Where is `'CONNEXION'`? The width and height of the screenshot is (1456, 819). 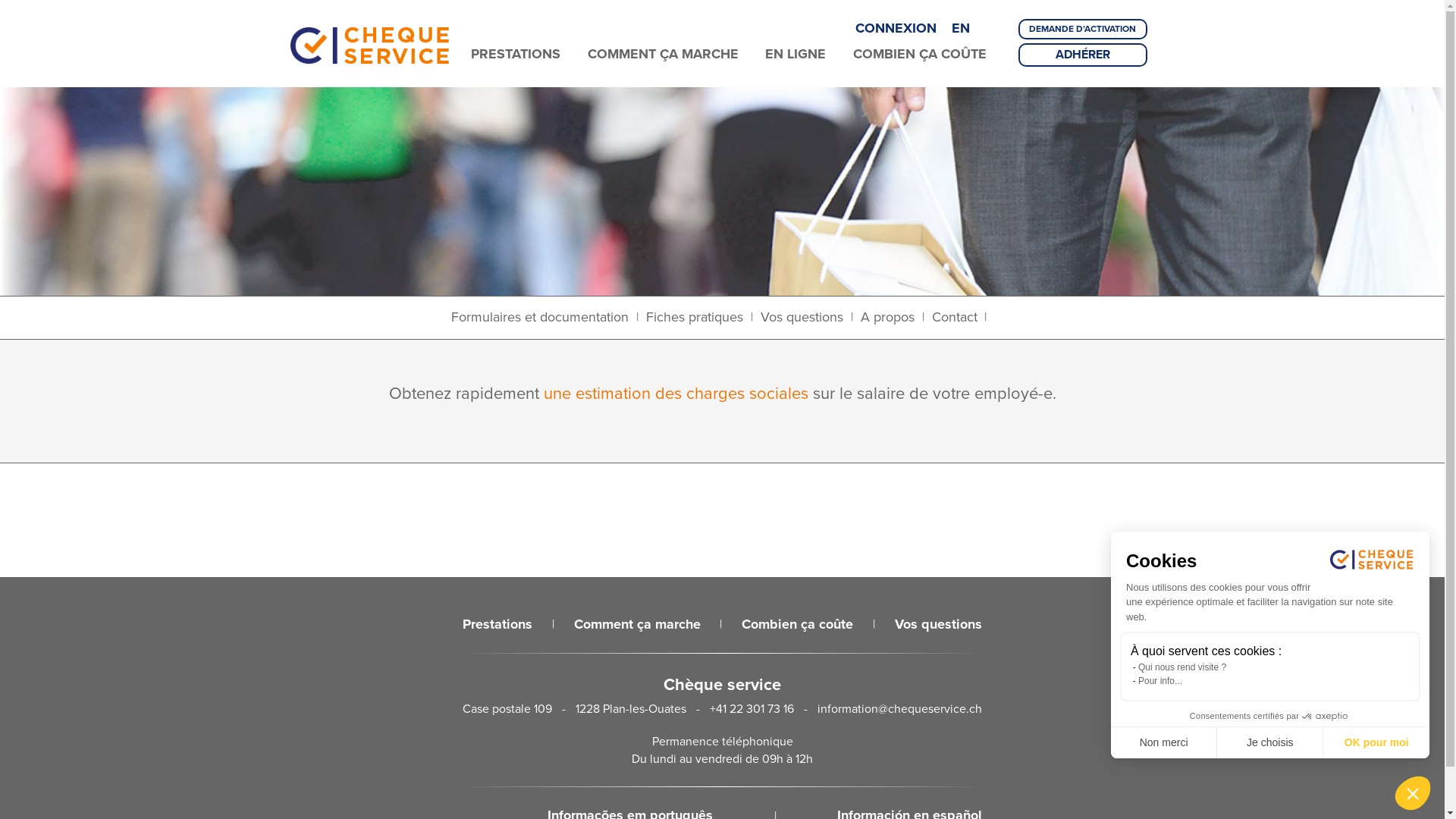
'CONNEXION' is located at coordinates (855, 28).